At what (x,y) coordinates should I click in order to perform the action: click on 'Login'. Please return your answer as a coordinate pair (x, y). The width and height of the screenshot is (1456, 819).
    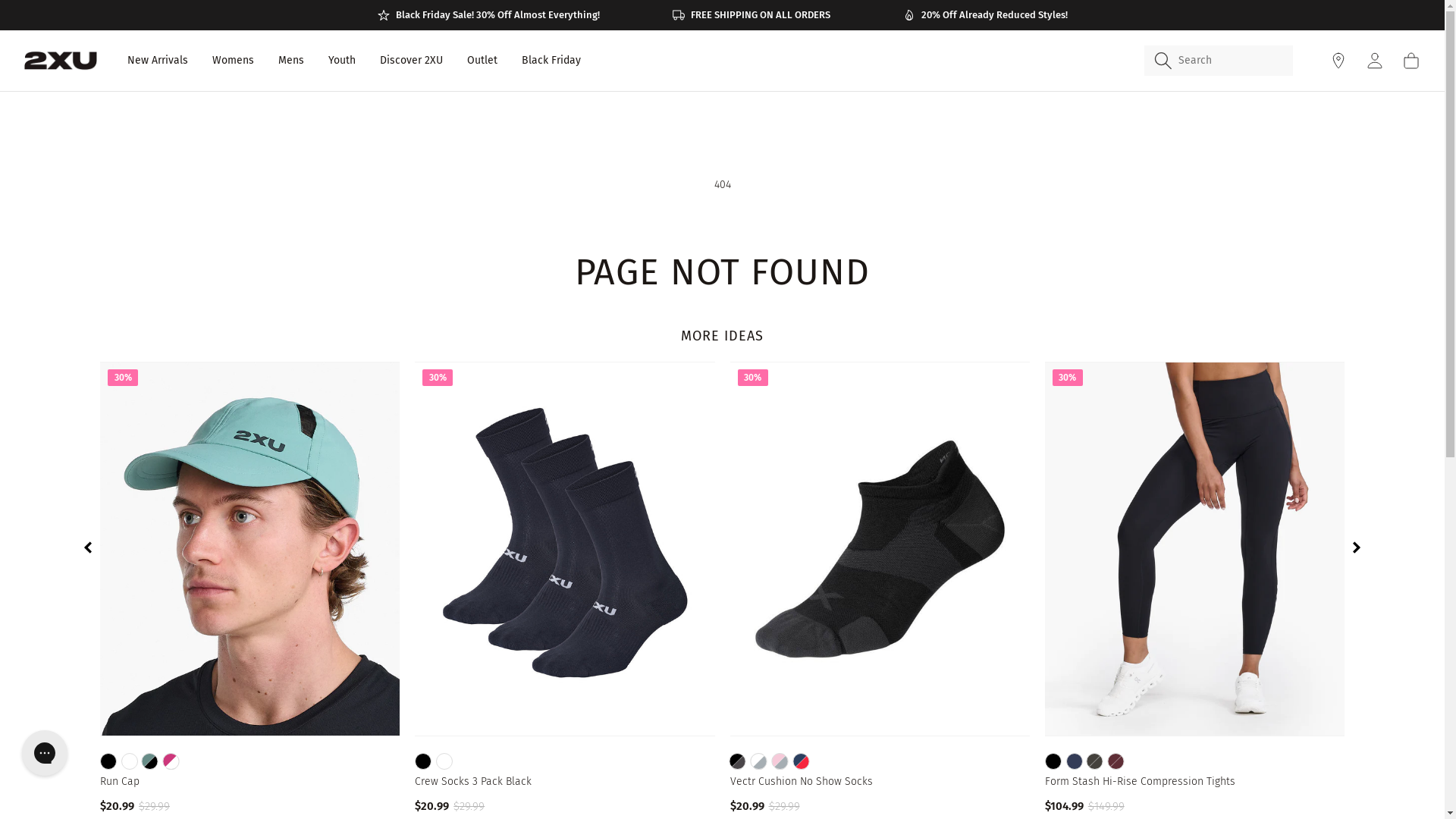
    Looking at the image, I should click on (1365, 60).